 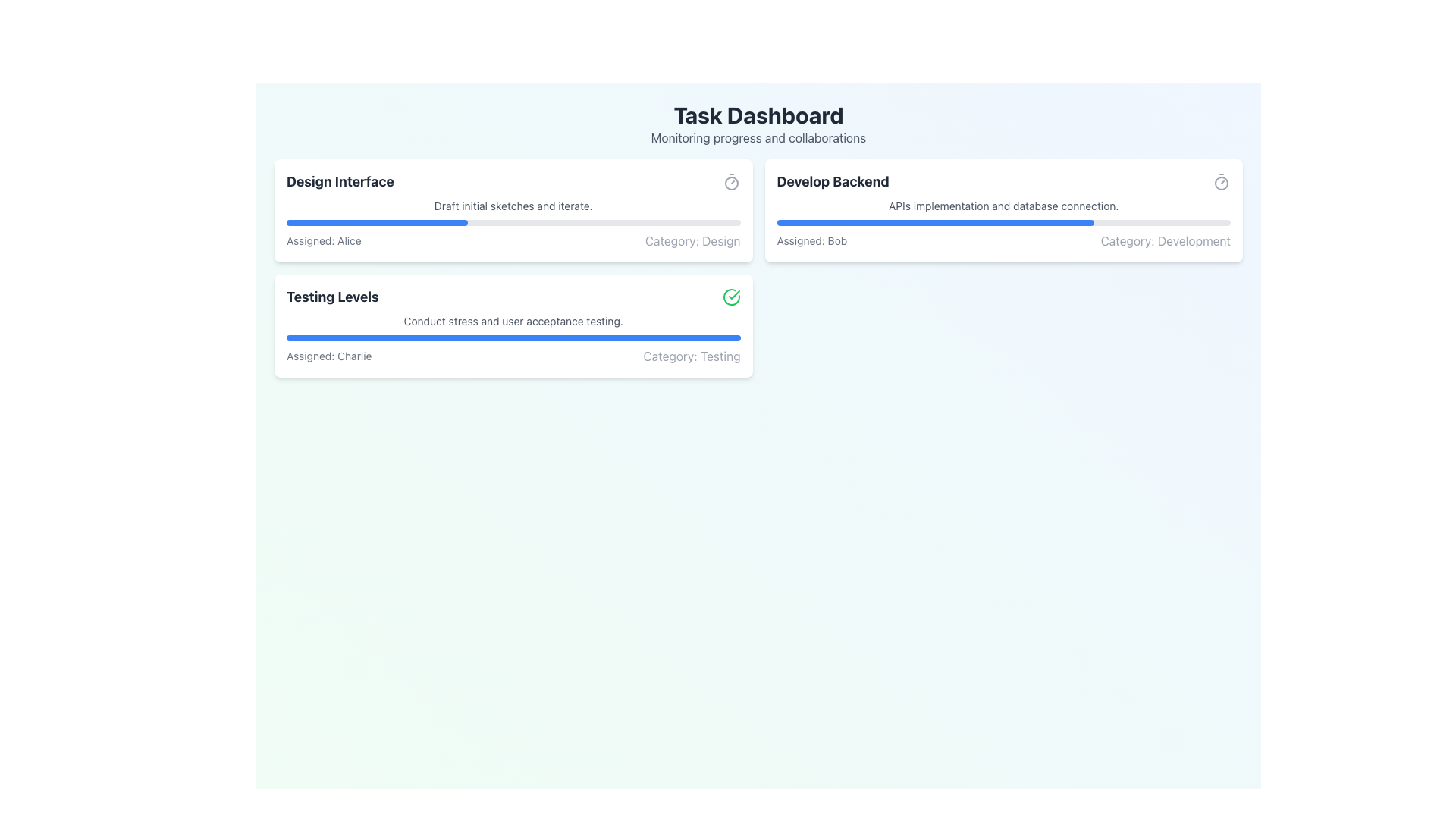 What do you see at coordinates (859, 222) in the screenshot?
I see `the progress bar value` at bounding box center [859, 222].